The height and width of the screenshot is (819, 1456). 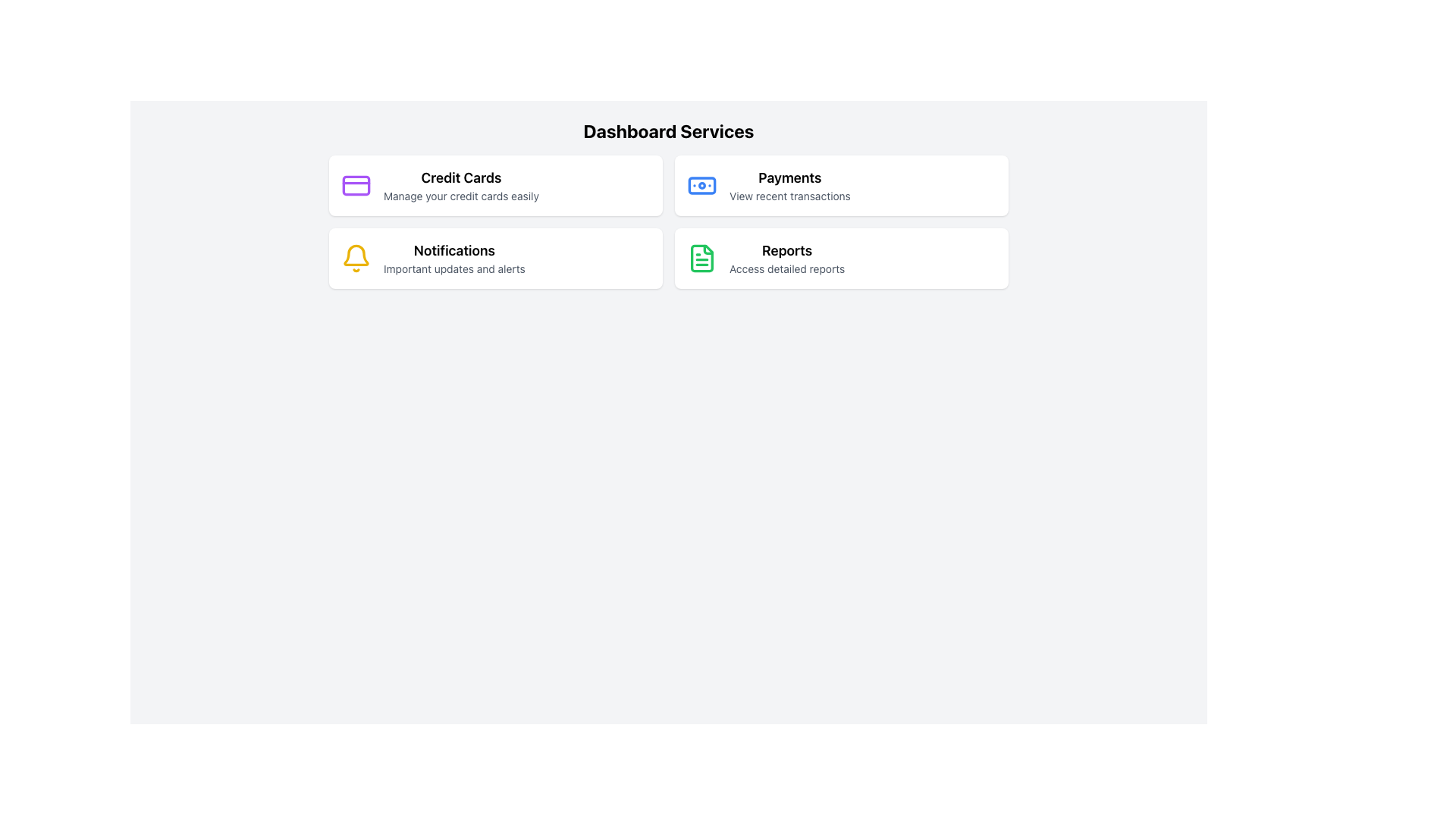 I want to click on code of the SVG Rectangle styled like a credit card located within the 'Credit Cards' section of the user interface, so click(x=356, y=184).